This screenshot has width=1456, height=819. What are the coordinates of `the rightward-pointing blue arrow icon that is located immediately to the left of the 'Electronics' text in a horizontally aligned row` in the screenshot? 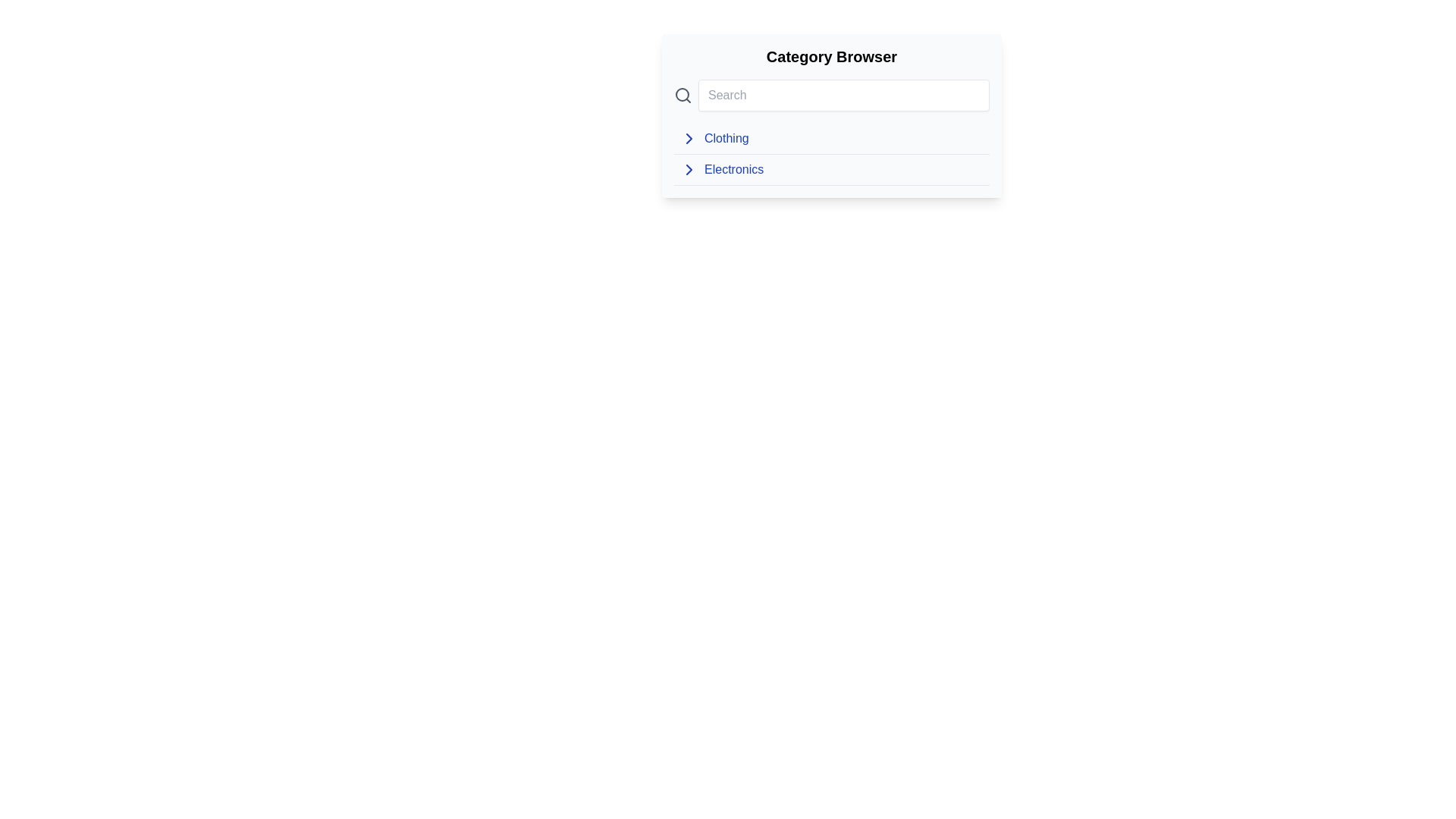 It's located at (688, 169).